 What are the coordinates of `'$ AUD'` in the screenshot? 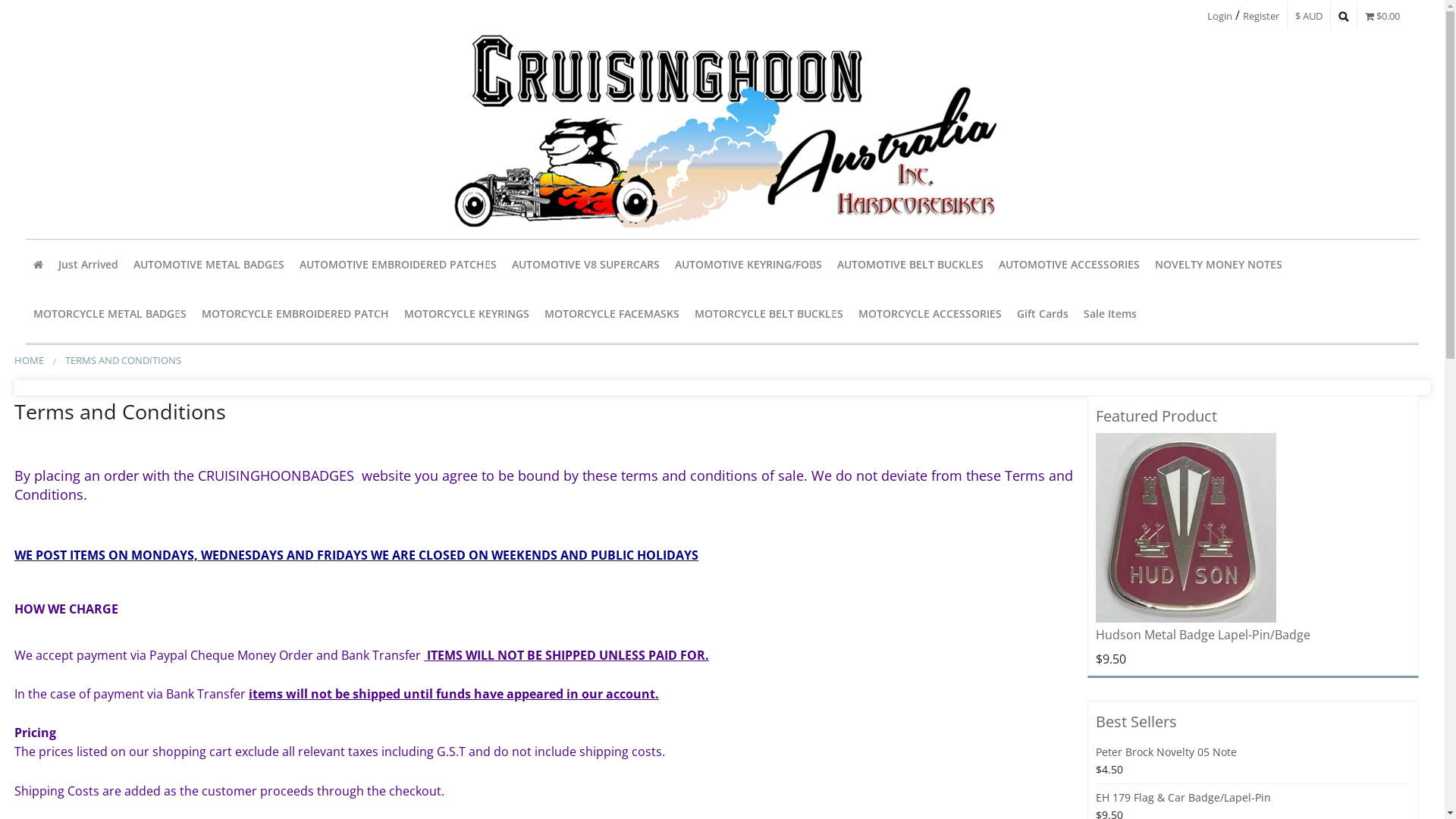 It's located at (1308, 15).